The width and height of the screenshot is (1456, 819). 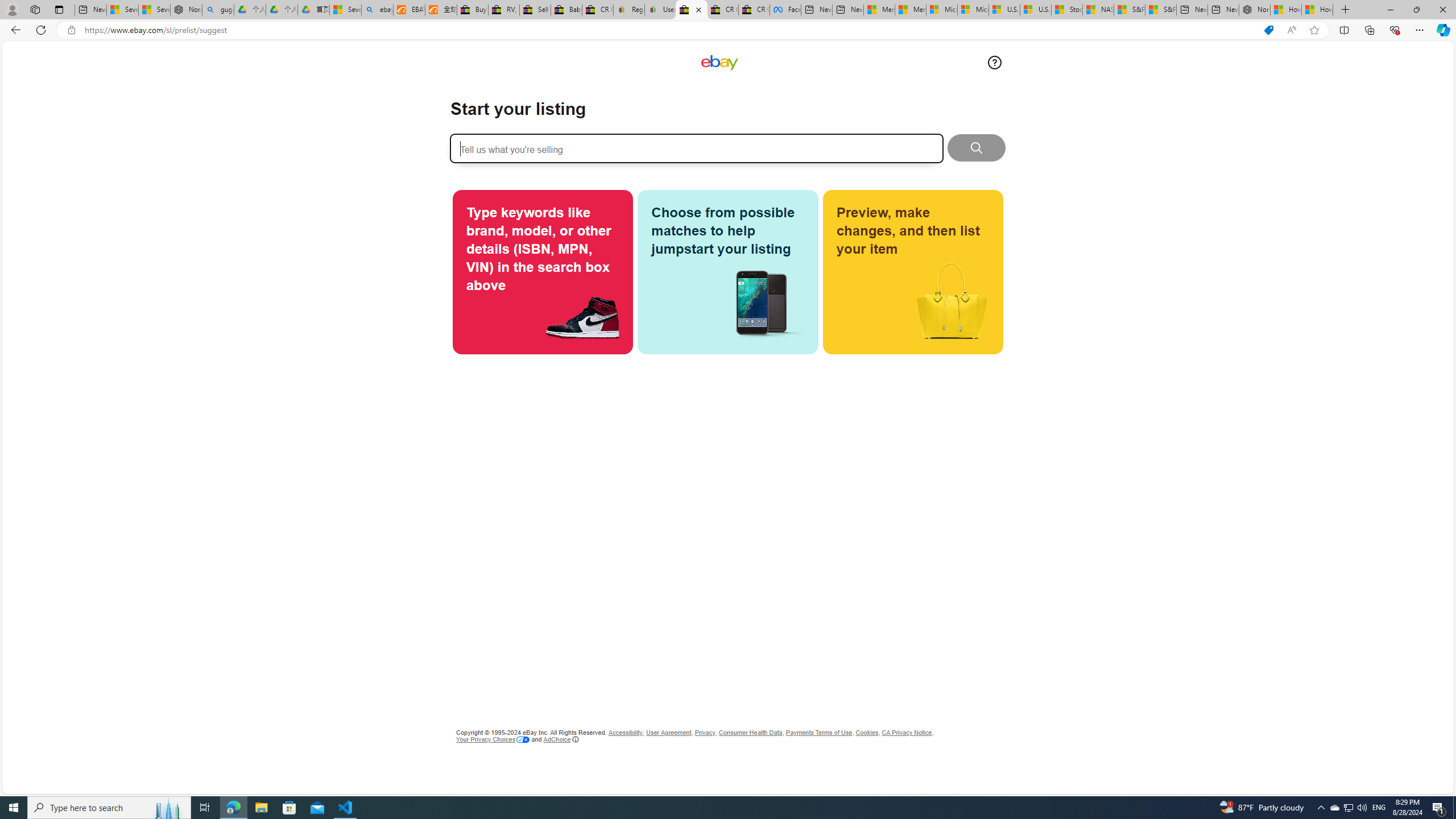 I want to click on 'Sell worldwide with eBay', so click(x=535, y=9).